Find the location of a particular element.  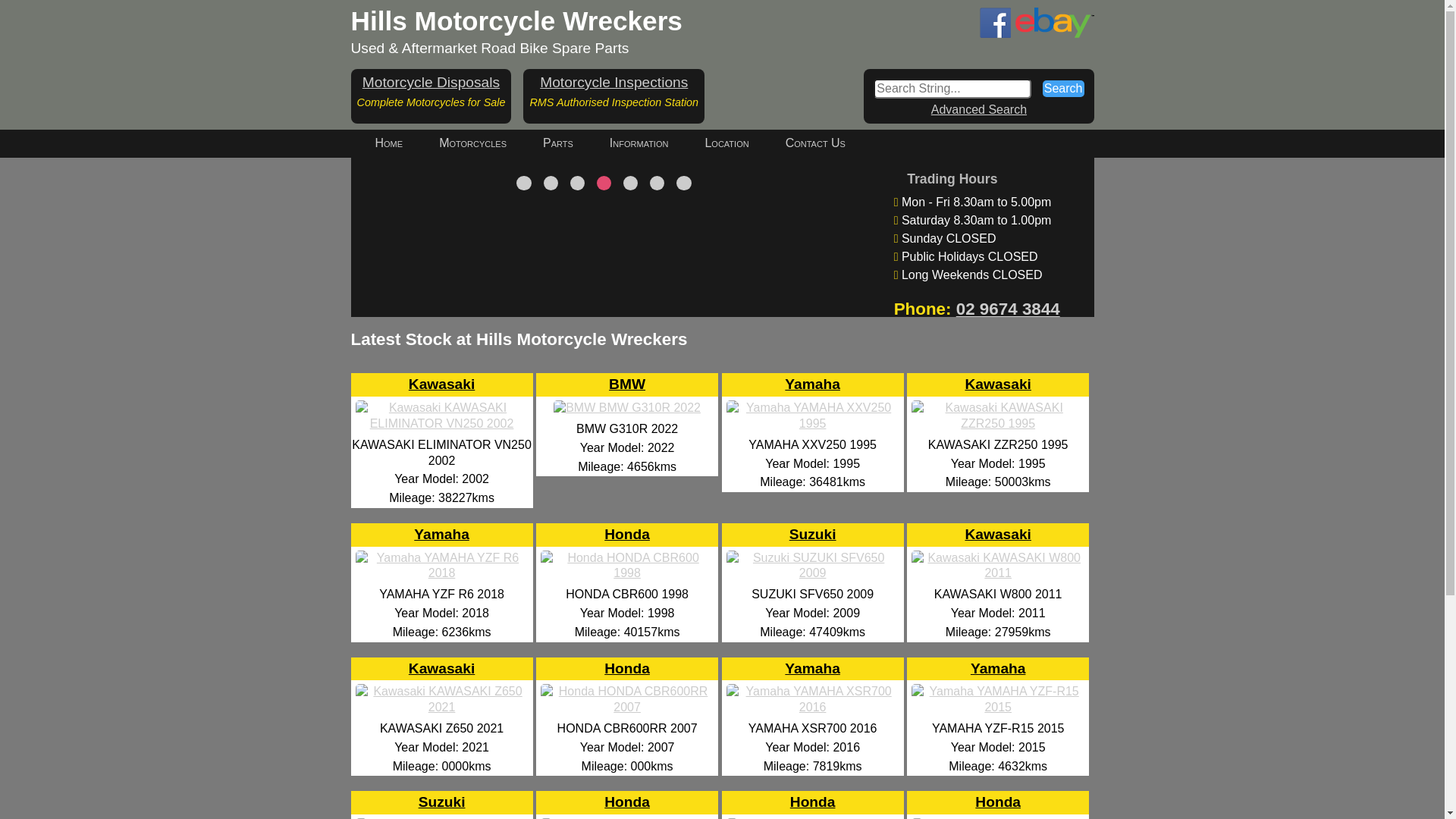

'02 9674 3844' is located at coordinates (1008, 308).